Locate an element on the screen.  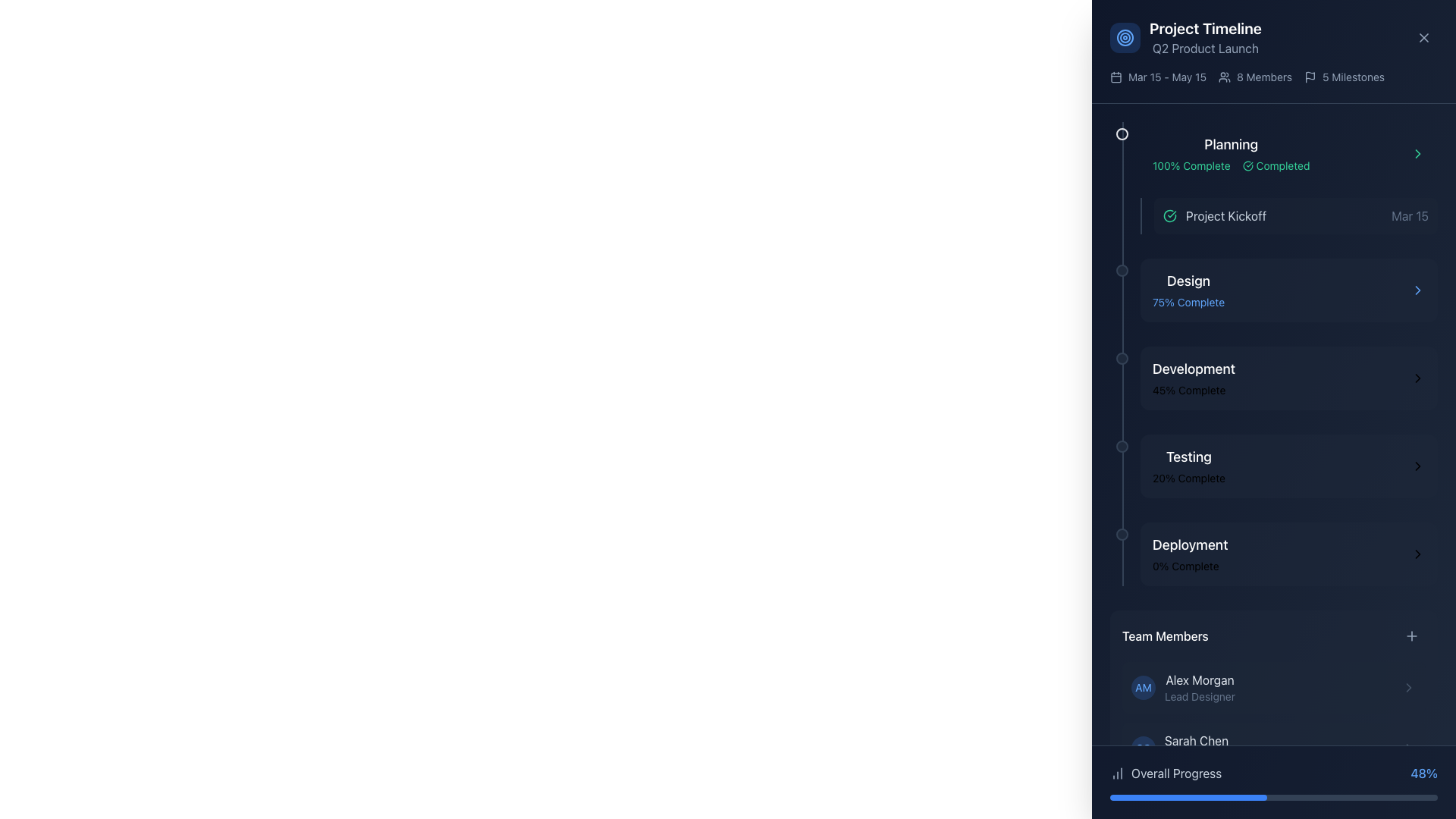
the text label element that displays the completion percentage of the 'Design' phase, located under the 'Design' milestone in the project timeline interface is located at coordinates (1188, 302).